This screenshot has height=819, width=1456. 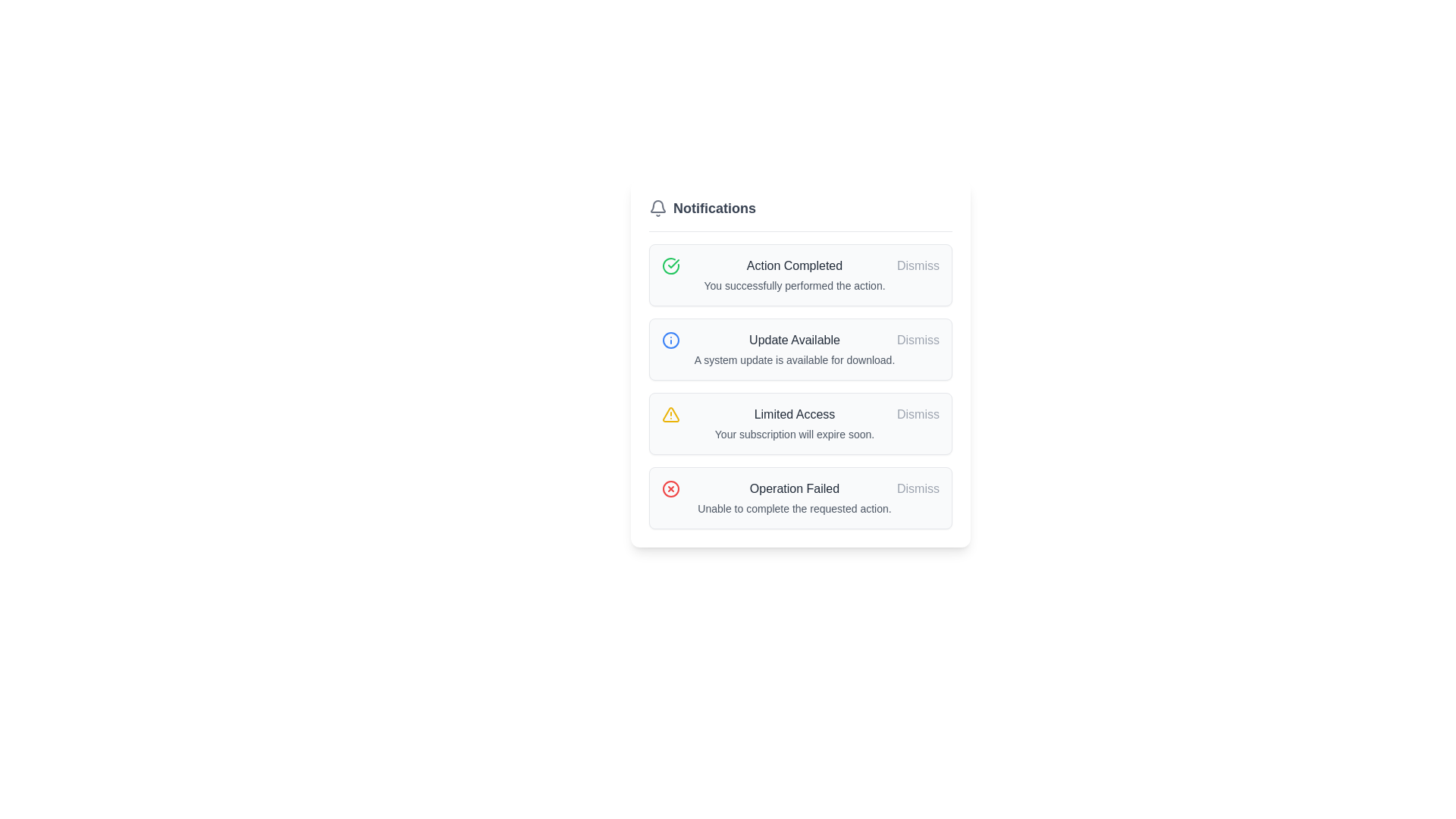 I want to click on the 'Limited Access' text element located in the third notification card of the notification panel, positioned at the top-center of the card, so click(x=793, y=415).